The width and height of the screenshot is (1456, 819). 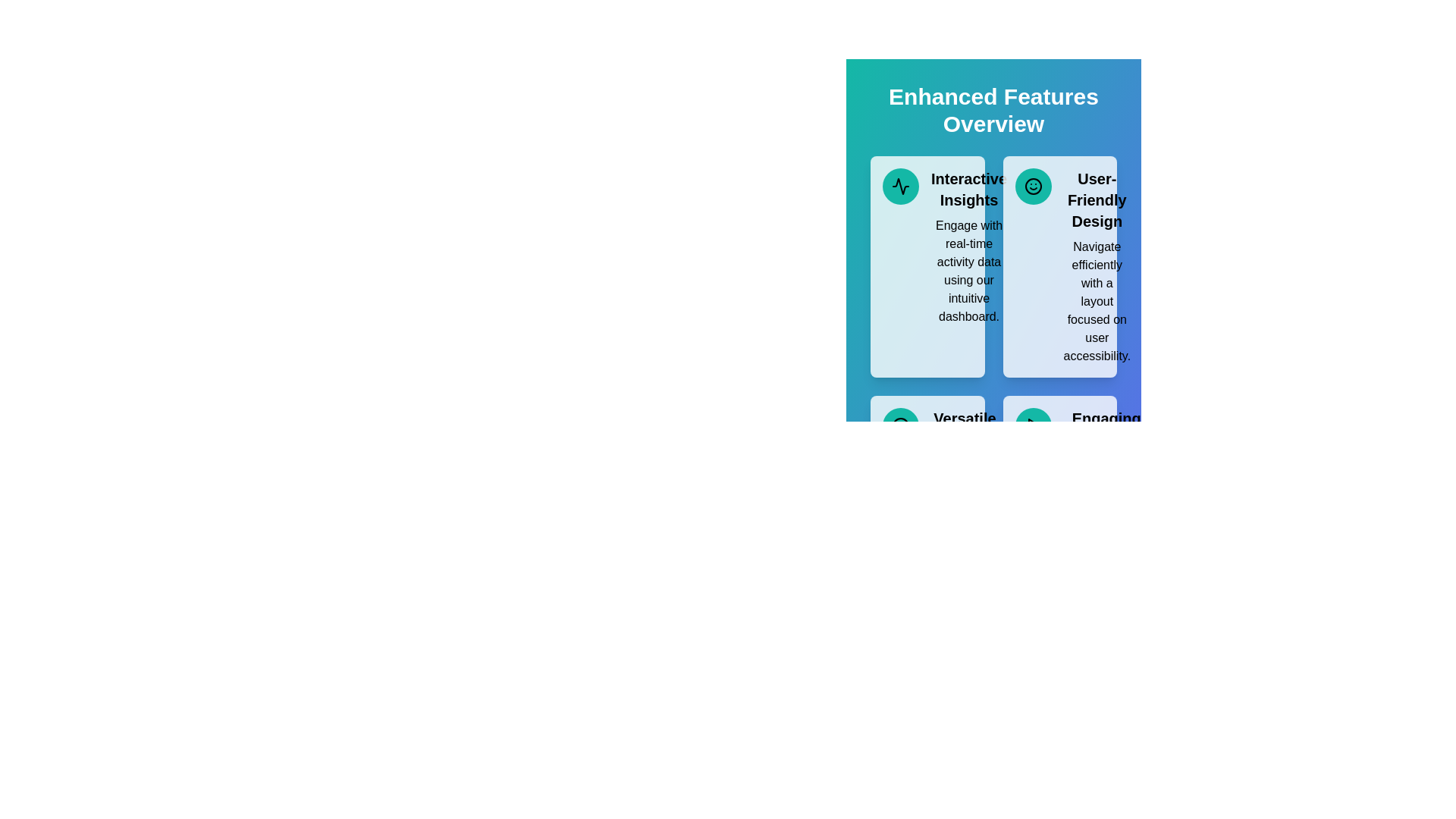 What do you see at coordinates (968, 271) in the screenshot?
I see `text element displaying the sentence: 'Engage with real-time activity data using our intuitive dashboard.' located below the heading 'Interactive Insights'` at bounding box center [968, 271].